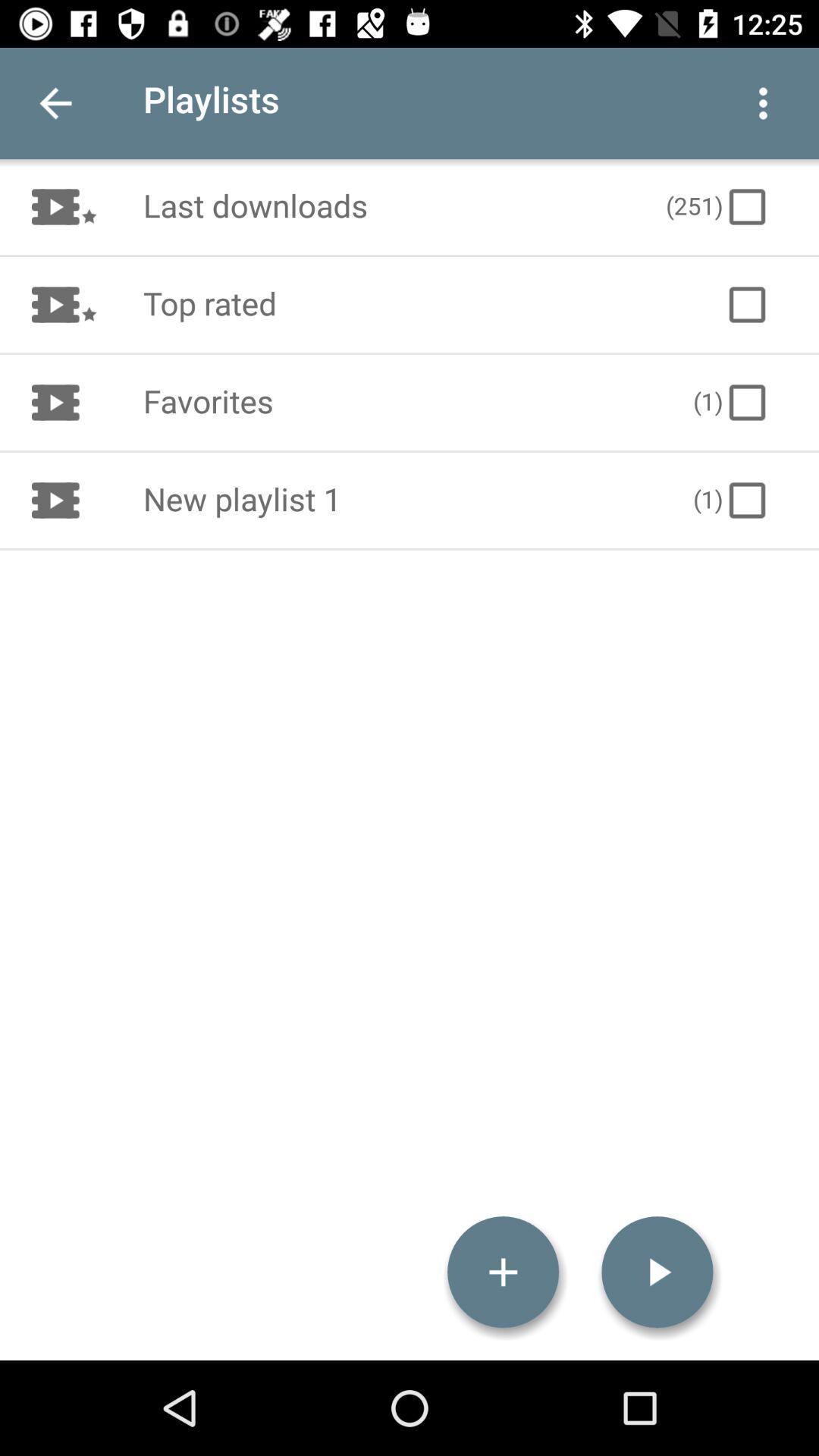 The width and height of the screenshot is (819, 1456). What do you see at coordinates (717, 206) in the screenshot?
I see `the icon to the right of last downloads` at bounding box center [717, 206].